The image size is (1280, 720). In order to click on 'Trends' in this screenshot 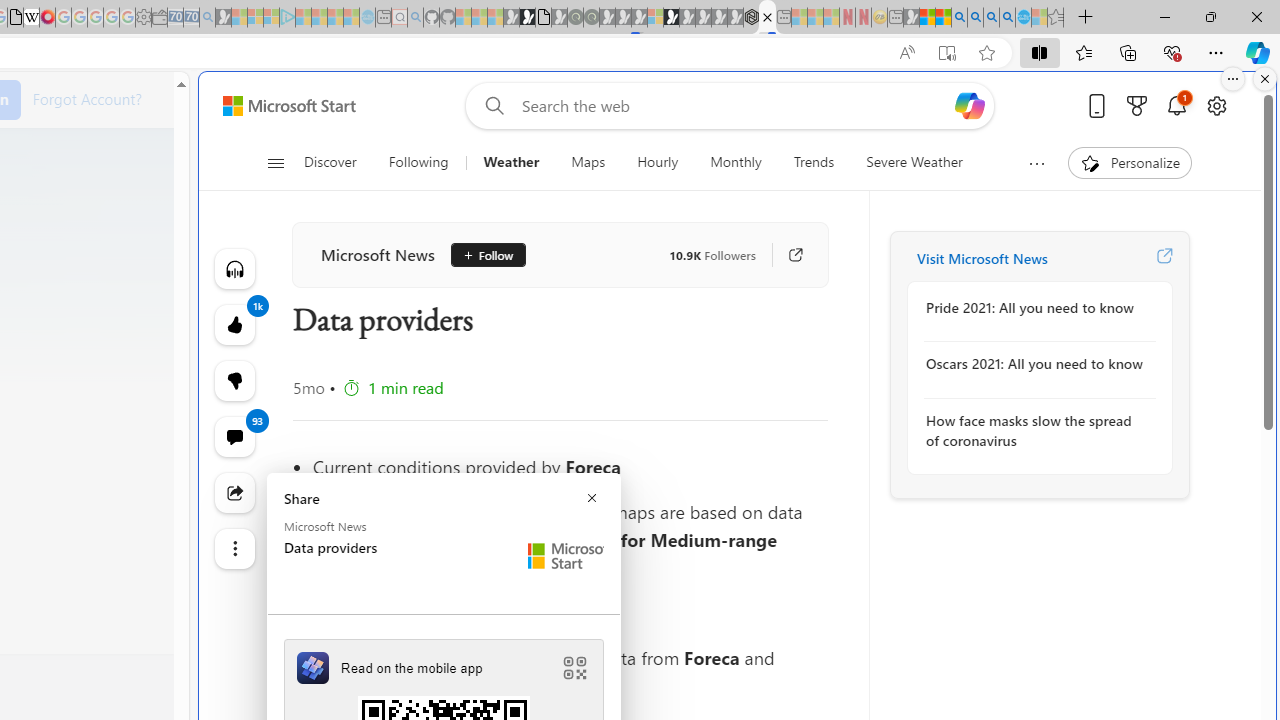, I will do `click(814, 162)`.